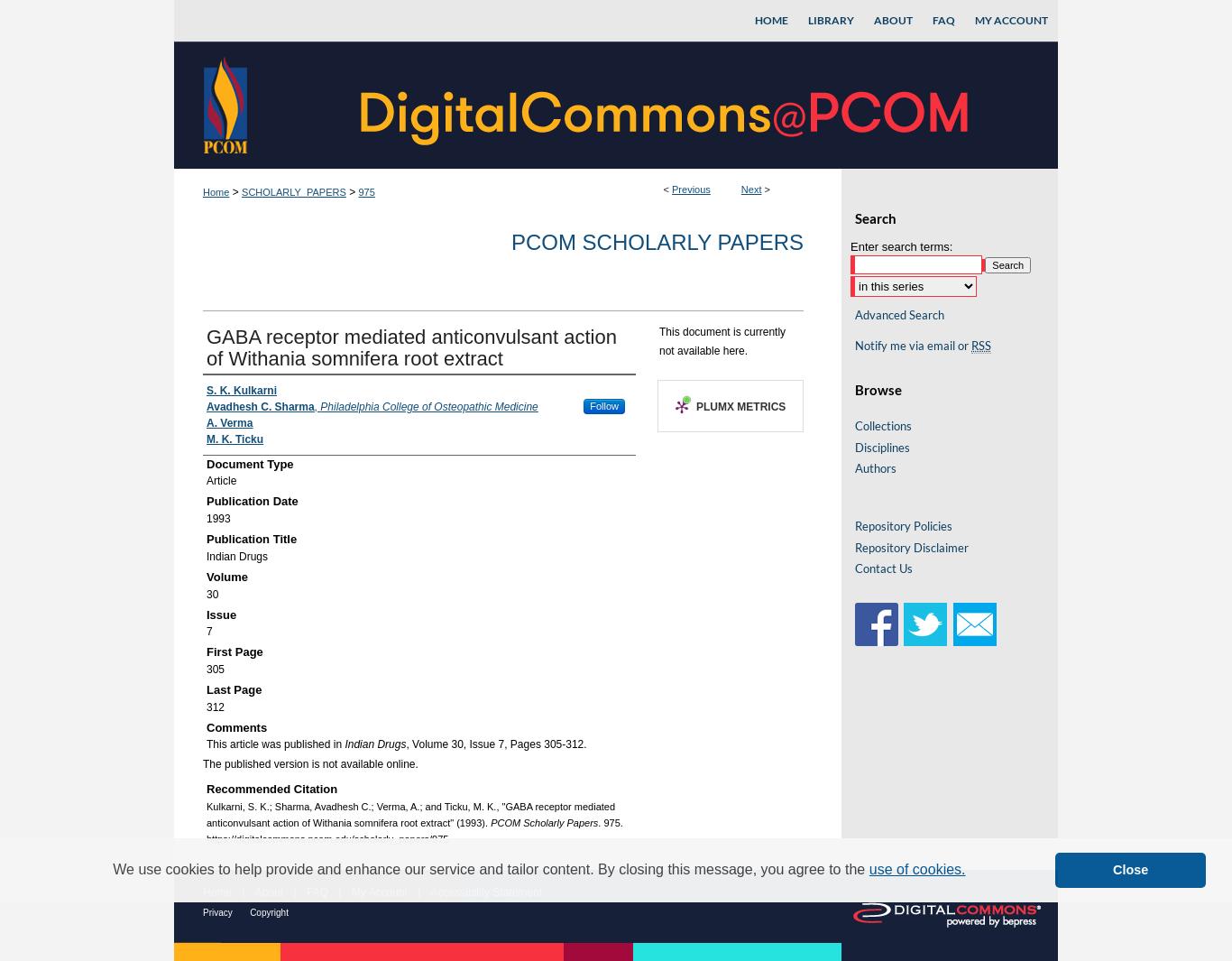  Describe the element at coordinates (356, 191) in the screenshot. I see `'975'` at that location.